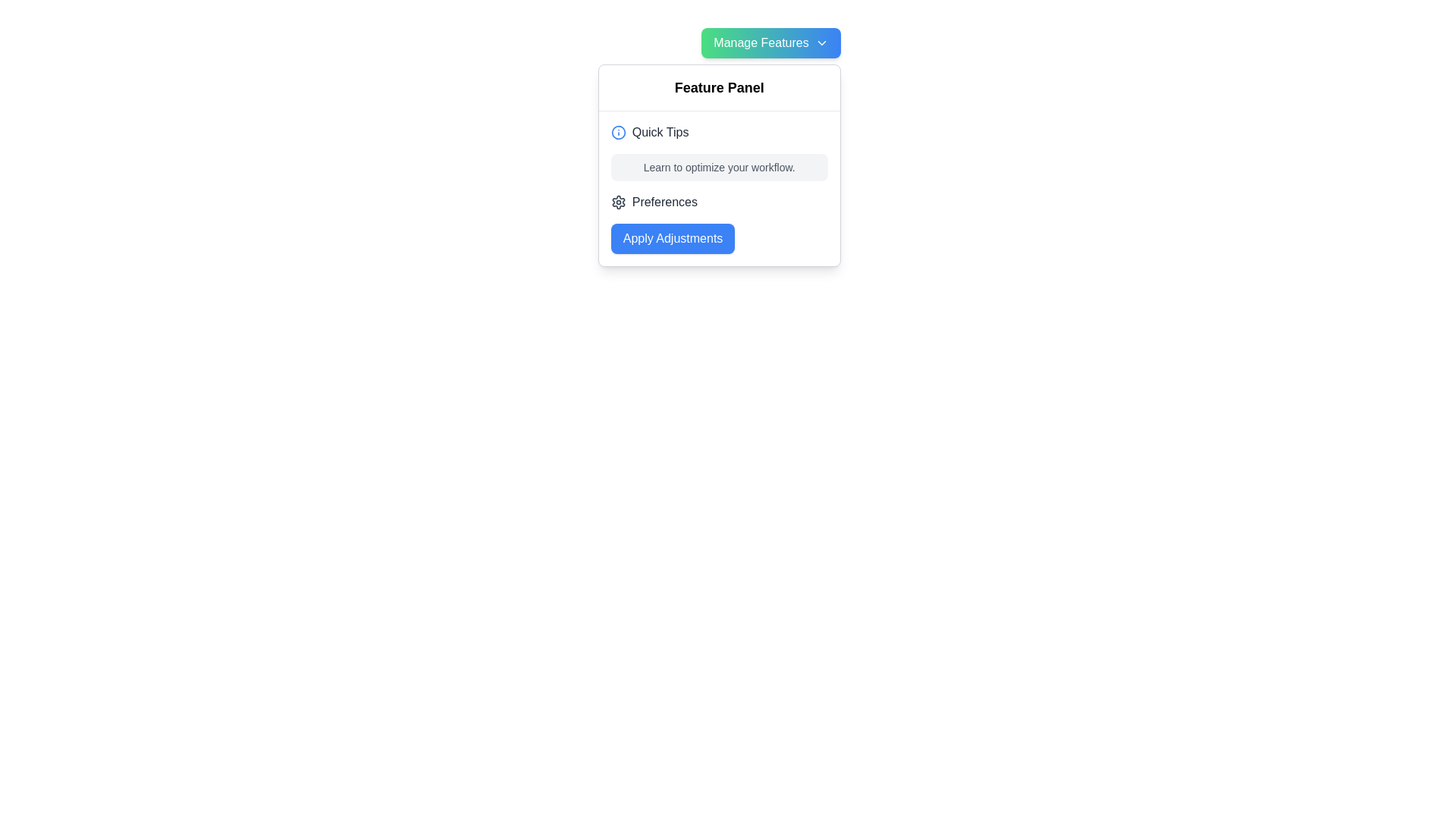 The image size is (1456, 819). Describe the element at coordinates (821, 42) in the screenshot. I see `the downward-pointing chevron icon located at the right end of the 'Manage Features' button` at that location.